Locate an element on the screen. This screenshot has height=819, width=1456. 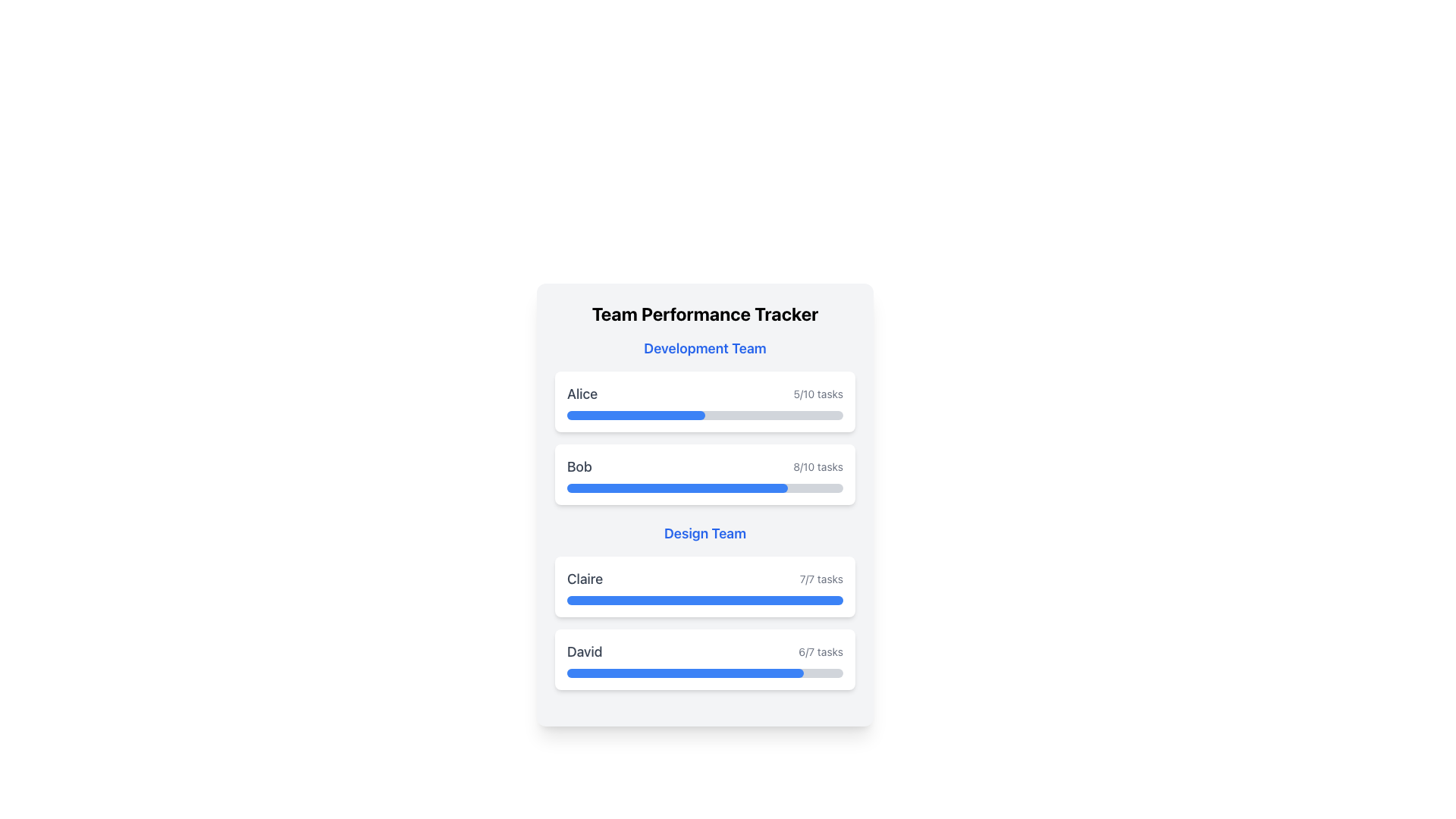
the label displaying the name 'David' in the task progress tracking section under the 'Design Team' is located at coordinates (584, 651).